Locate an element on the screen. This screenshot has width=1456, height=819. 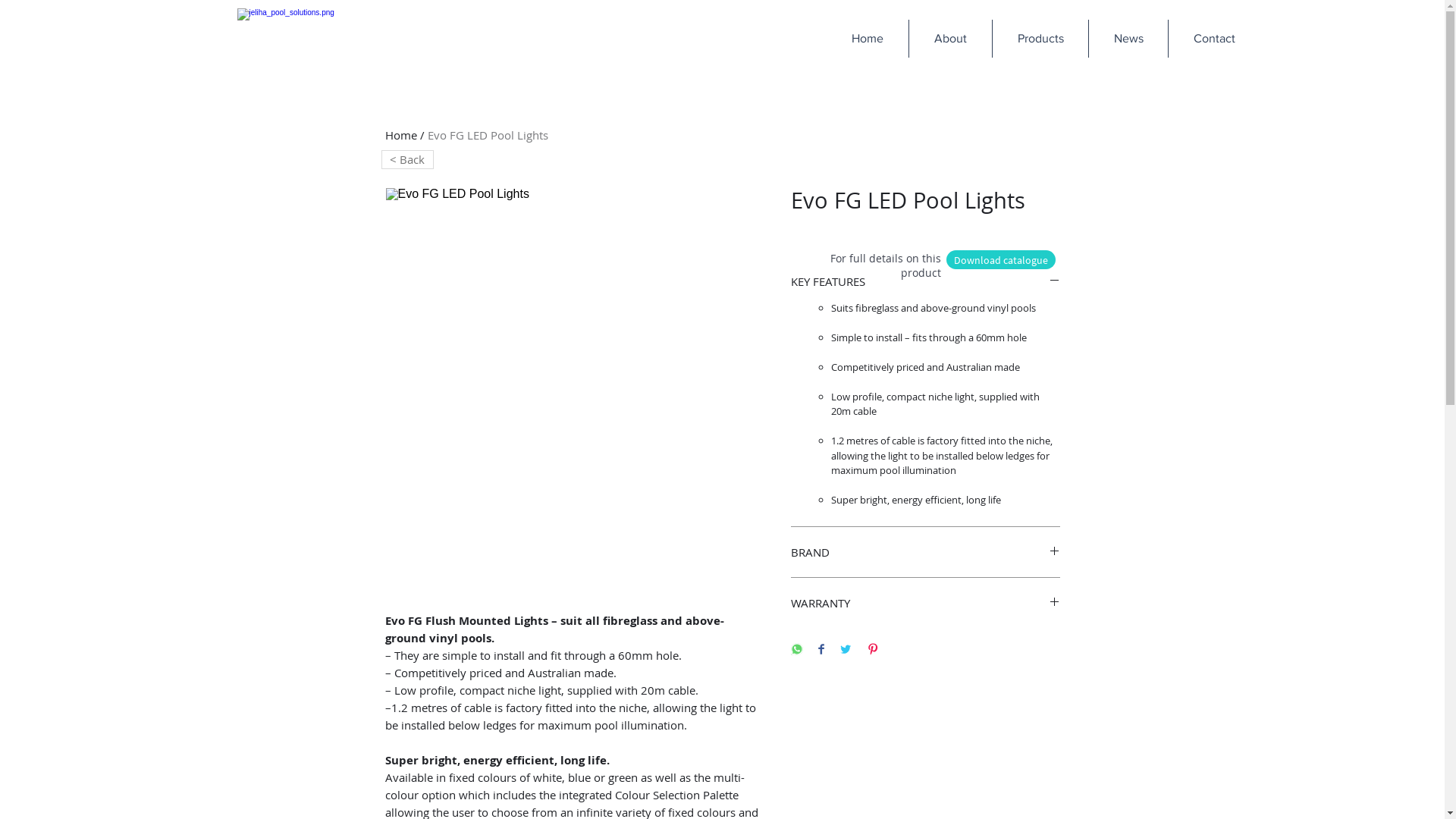
'News' is located at coordinates (1128, 37).